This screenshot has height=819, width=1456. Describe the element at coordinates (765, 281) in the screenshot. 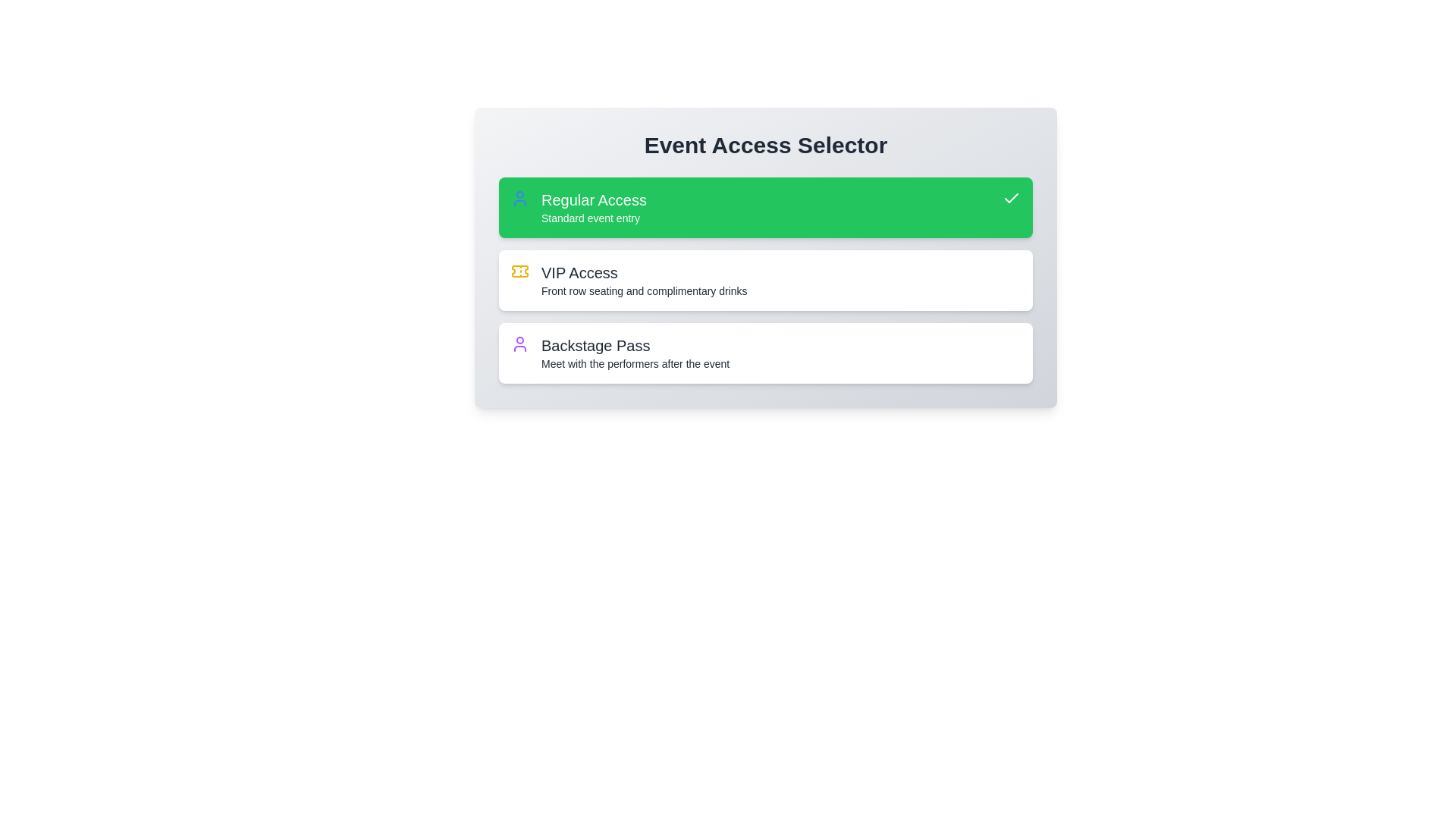

I see `the VIP access card, which is the second card in a vertical list of three cards` at that location.